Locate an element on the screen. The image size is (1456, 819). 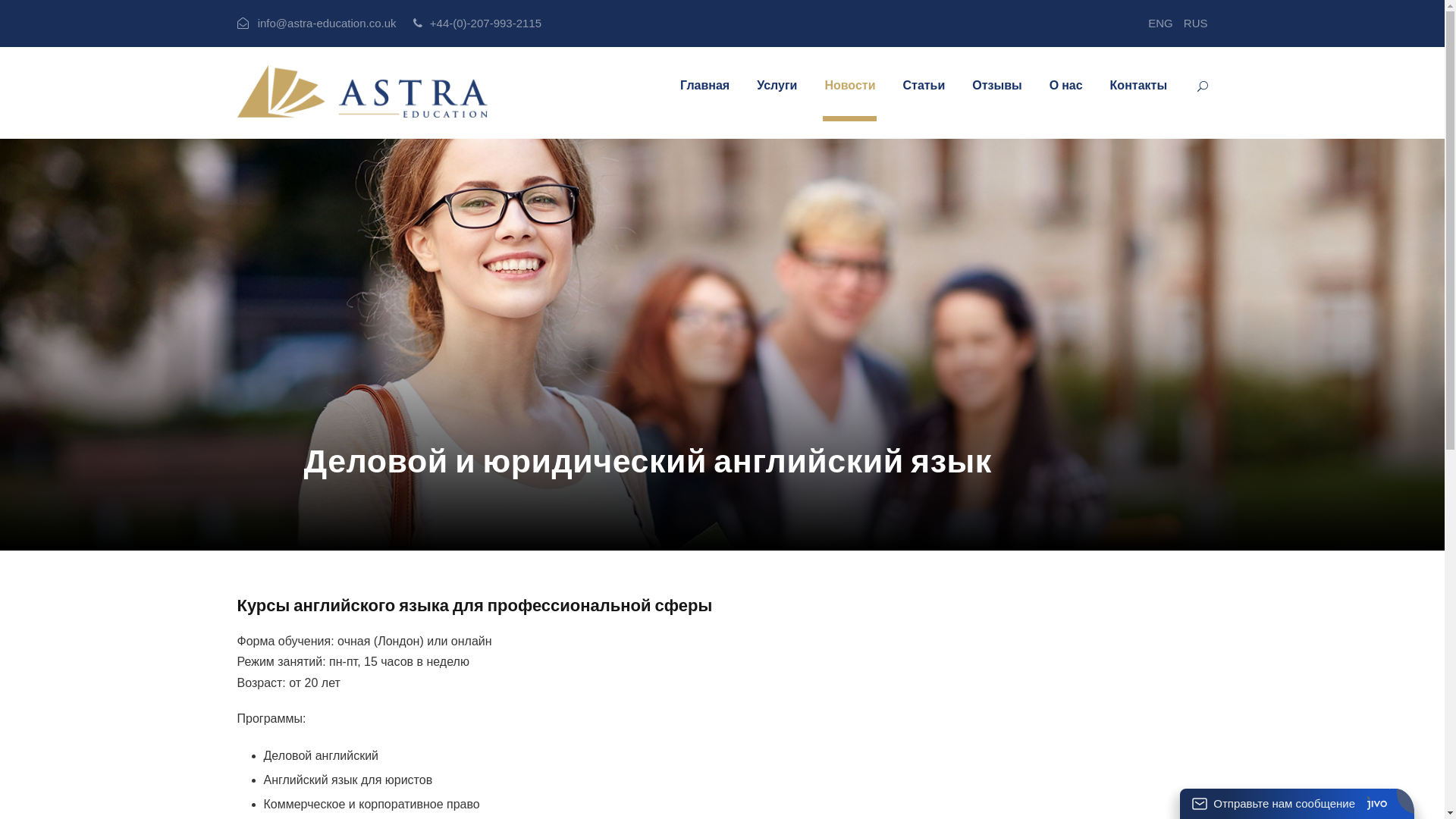
'+44-(0)-207-993-2115' is located at coordinates (485, 23).